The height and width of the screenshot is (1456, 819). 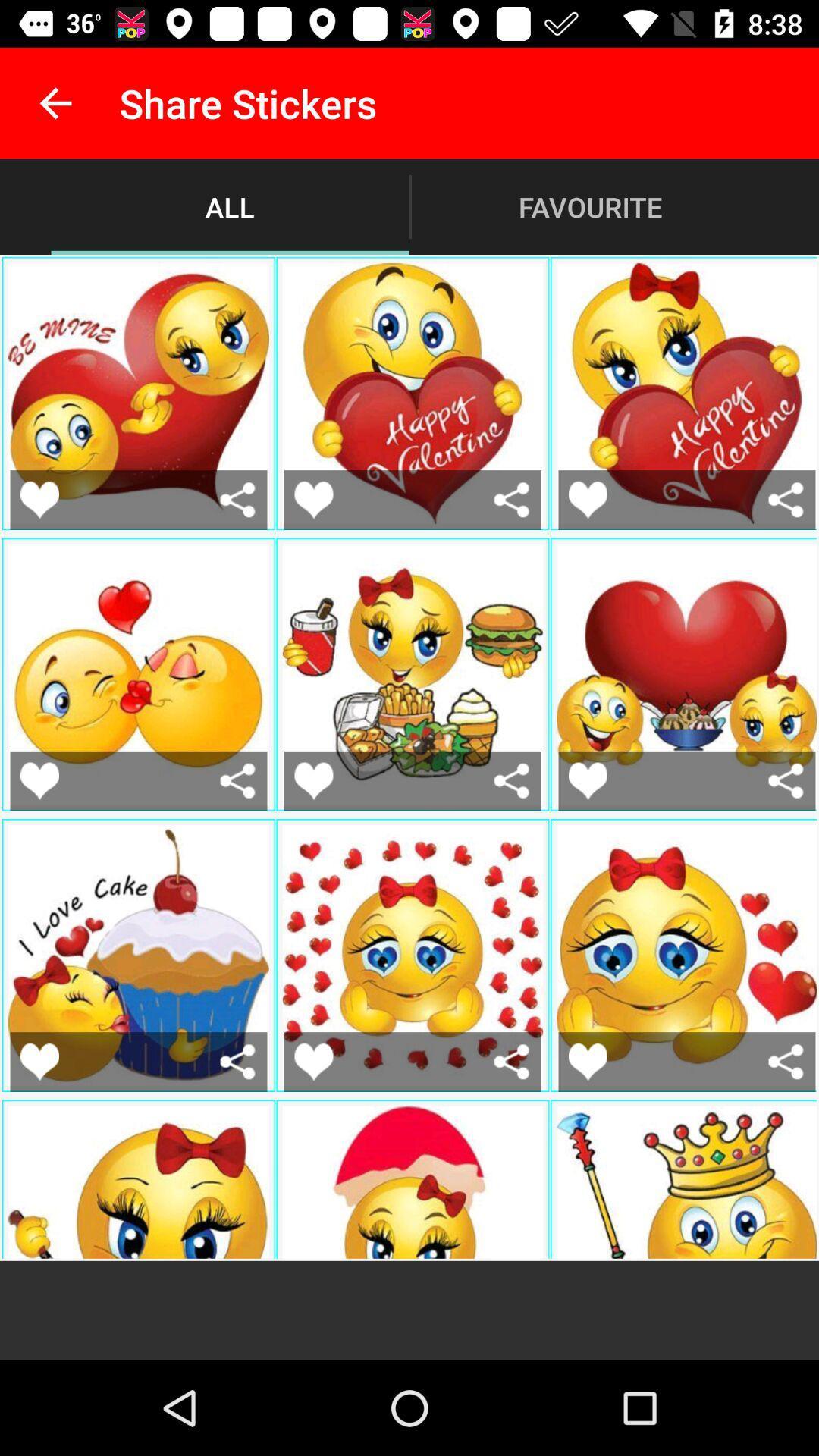 I want to click on share content, so click(x=785, y=1061).